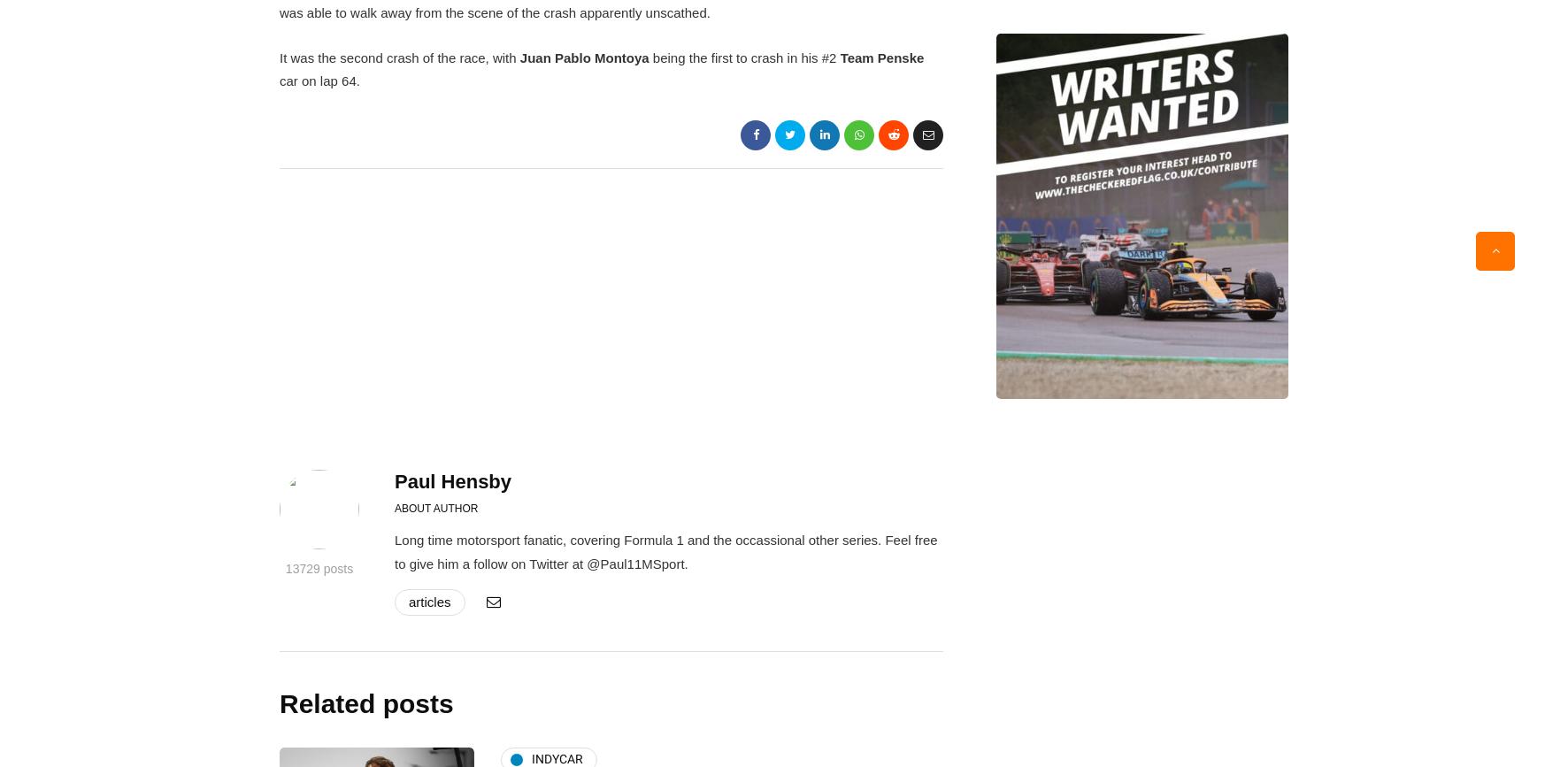  I want to click on 'being the first to crash in his #2', so click(743, 58).